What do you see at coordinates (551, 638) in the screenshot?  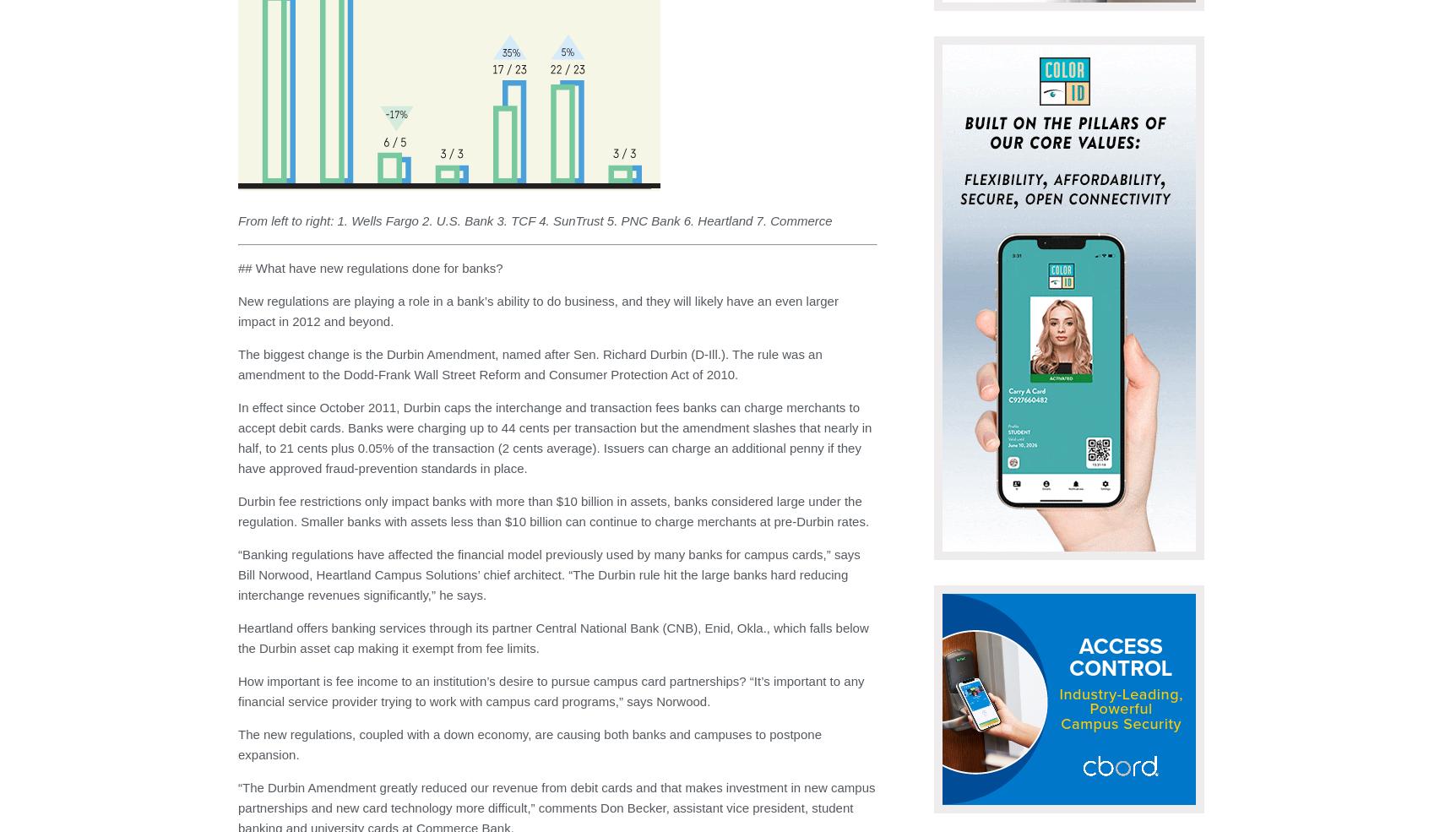 I see `'Heartland offers banking services through its partner Central National Bank (CNB), Enid, Okla., which falls below the Durbin asset cap making it exempt from fee limits.'` at bounding box center [551, 638].